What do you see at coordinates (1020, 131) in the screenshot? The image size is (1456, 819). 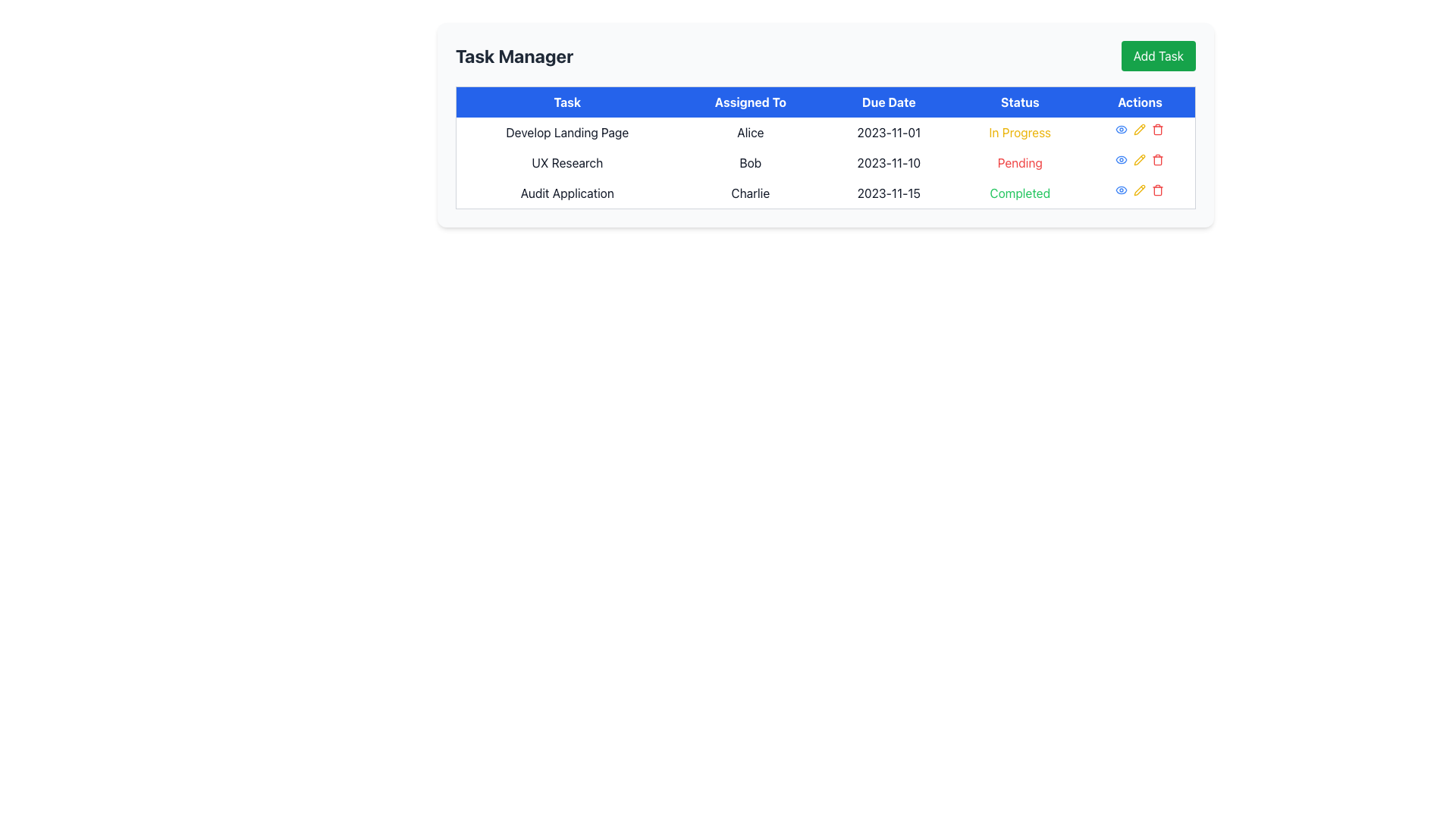 I see `the text label displaying 'In Progress' in yellow font color, located in the 'Status' column of the first row of the data table for the task 'Develop Landing Page'` at bounding box center [1020, 131].